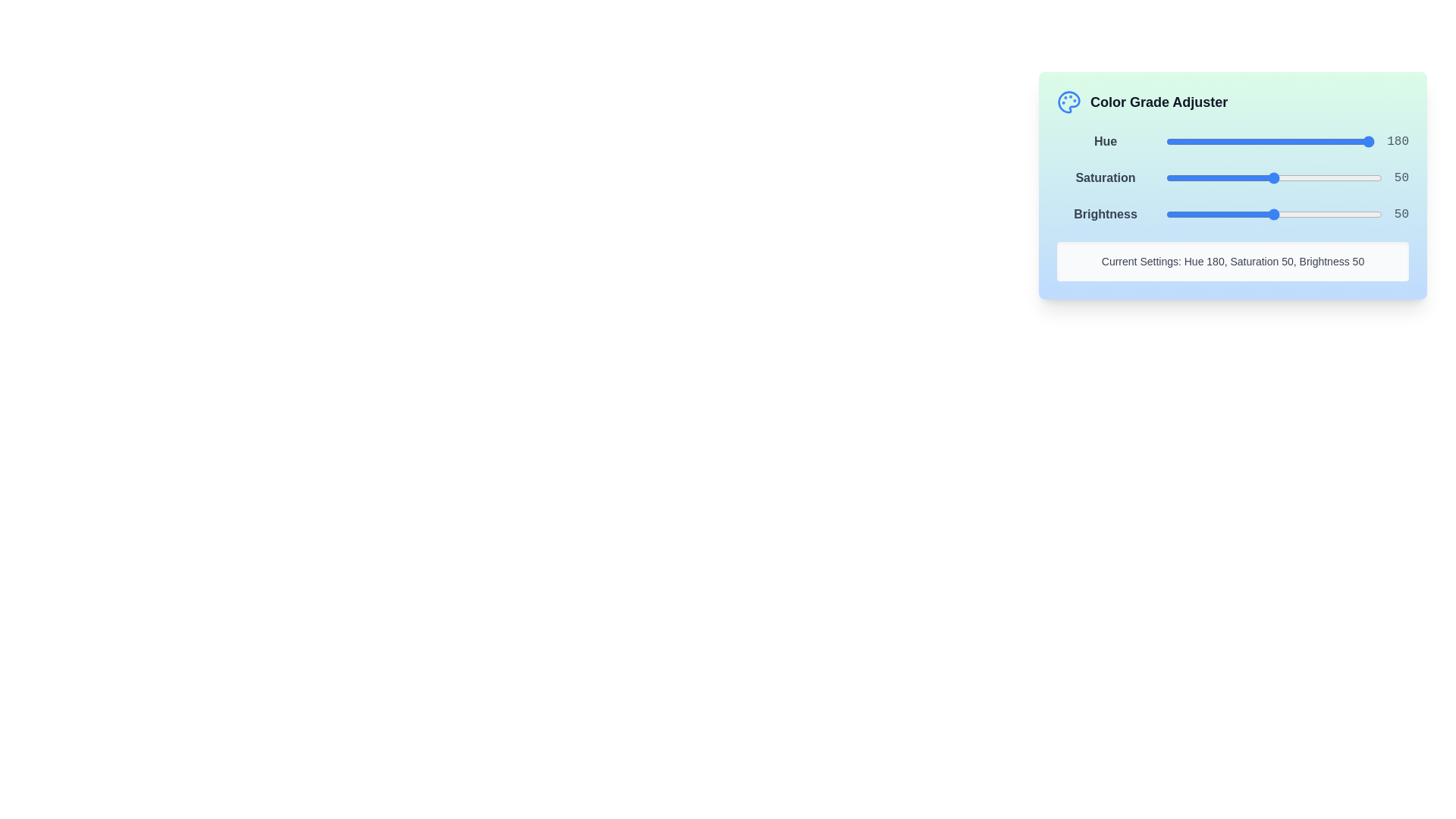 This screenshot has height=819, width=1456. I want to click on the brightness slider to set the brightness to 29%, so click(1228, 214).